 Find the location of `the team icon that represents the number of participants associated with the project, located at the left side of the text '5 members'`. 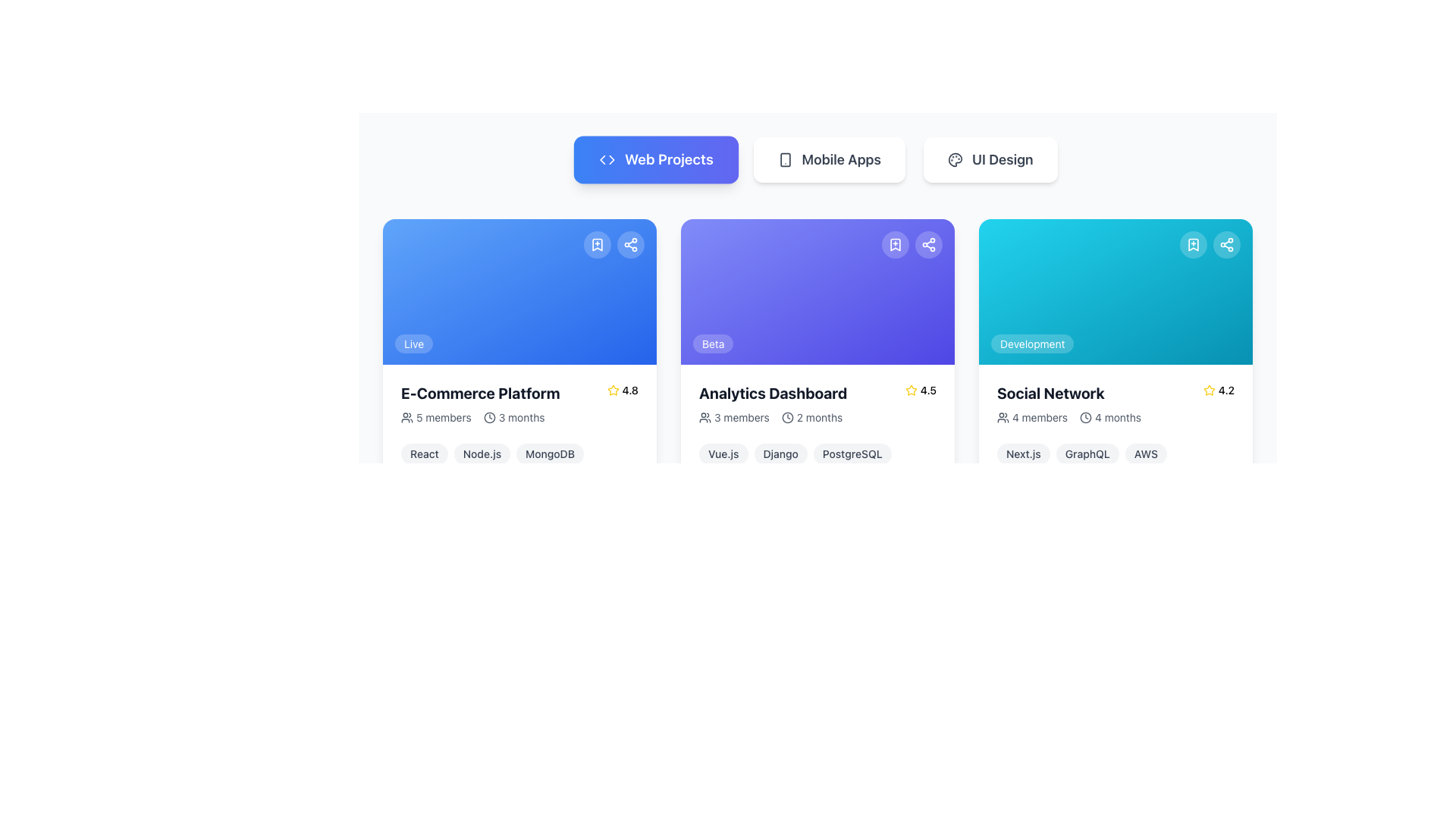

the team icon that represents the number of participants associated with the project, located at the left side of the text '5 members' is located at coordinates (407, 418).